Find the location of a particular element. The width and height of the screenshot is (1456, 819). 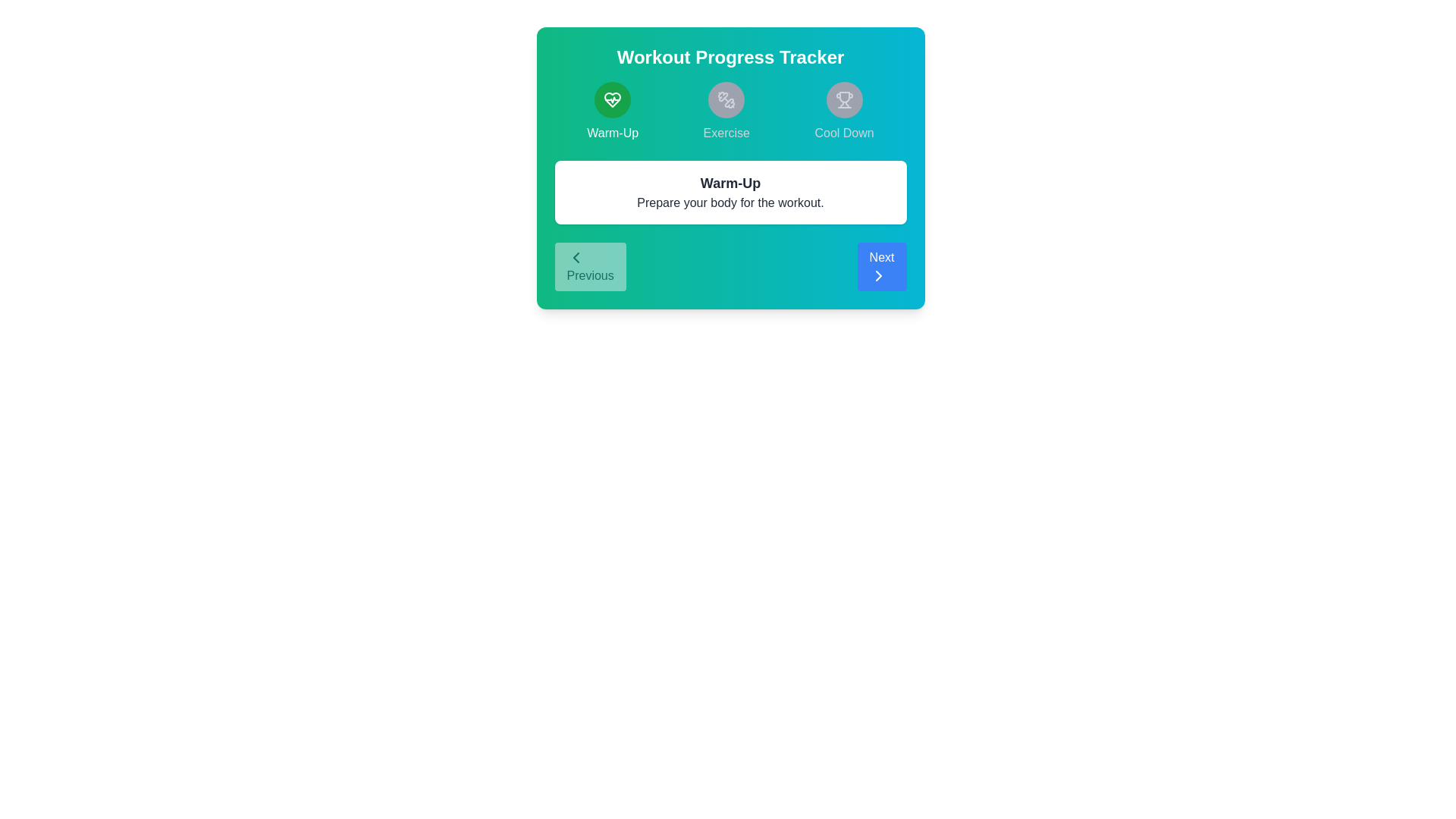

the heading corresponding to the workout phase: Warm-Up is located at coordinates (612, 111).